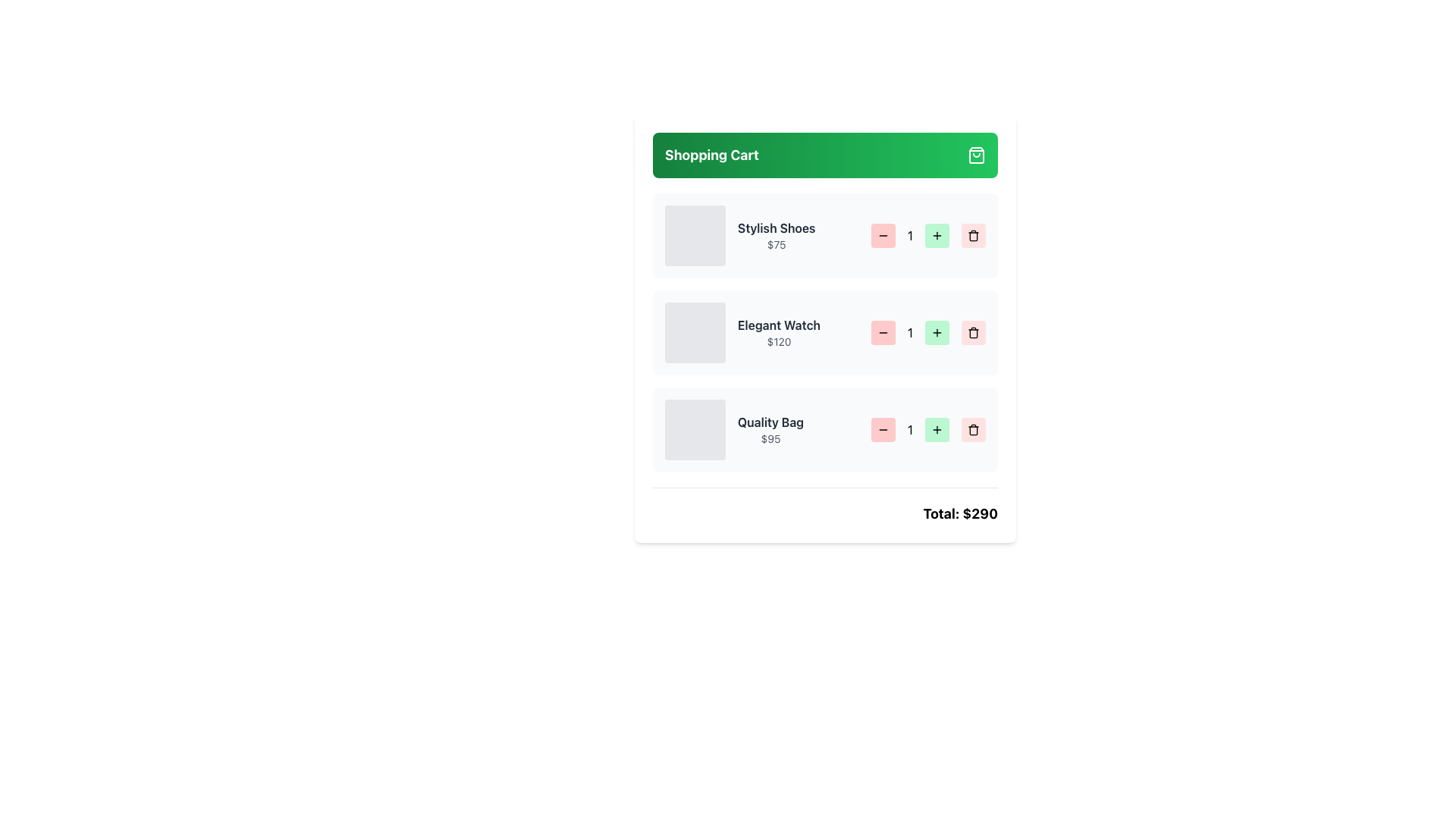 The image size is (1456, 819). I want to click on the image frame placeholder for the 'Elegant Watch' in the shopping cart interface, so click(694, 332).